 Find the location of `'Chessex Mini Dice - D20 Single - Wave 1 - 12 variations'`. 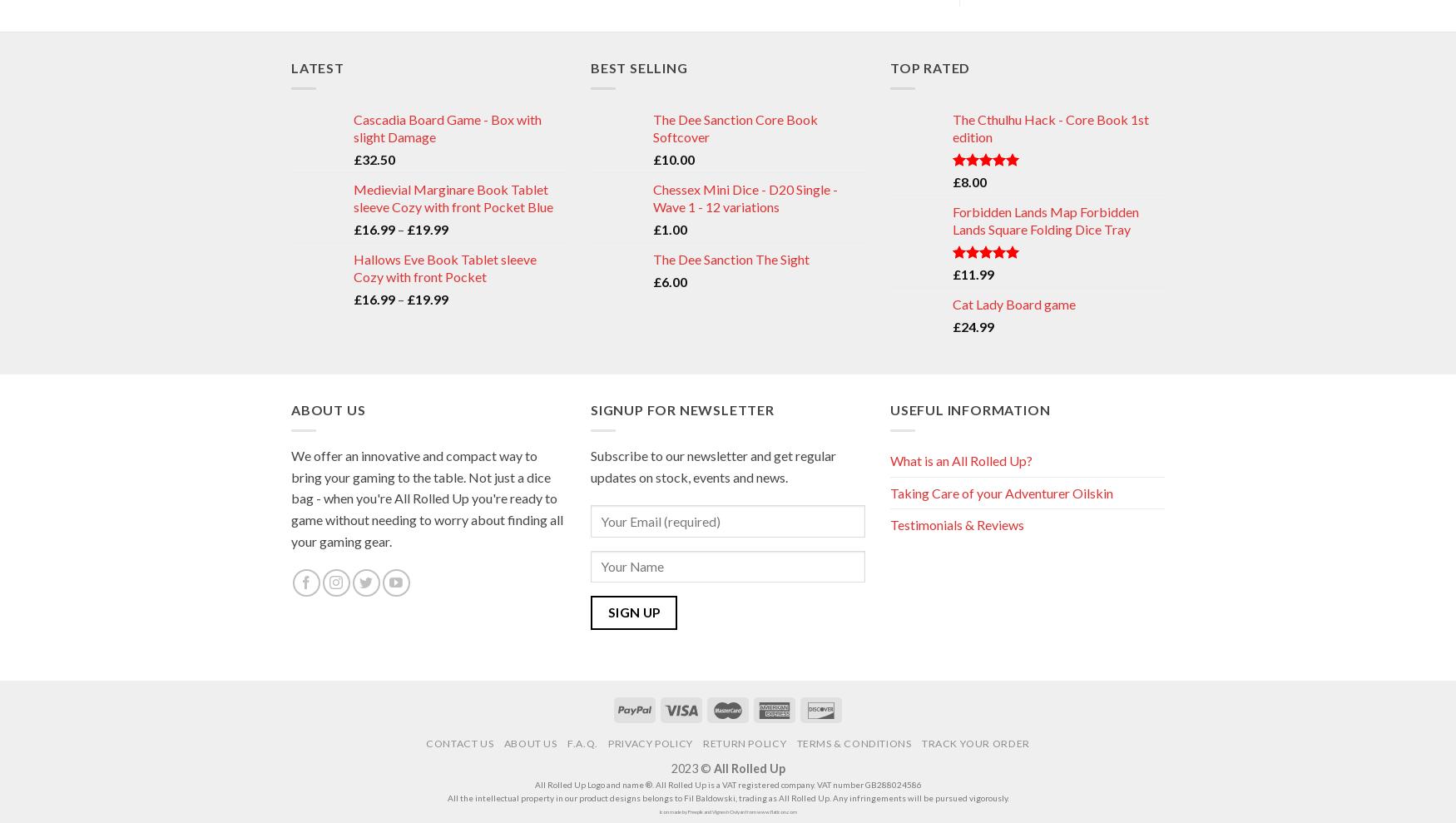

'Chessex Mini Dice - D20 Single - Wave 1 - 12 variations' is located at coordinates (745, 196).